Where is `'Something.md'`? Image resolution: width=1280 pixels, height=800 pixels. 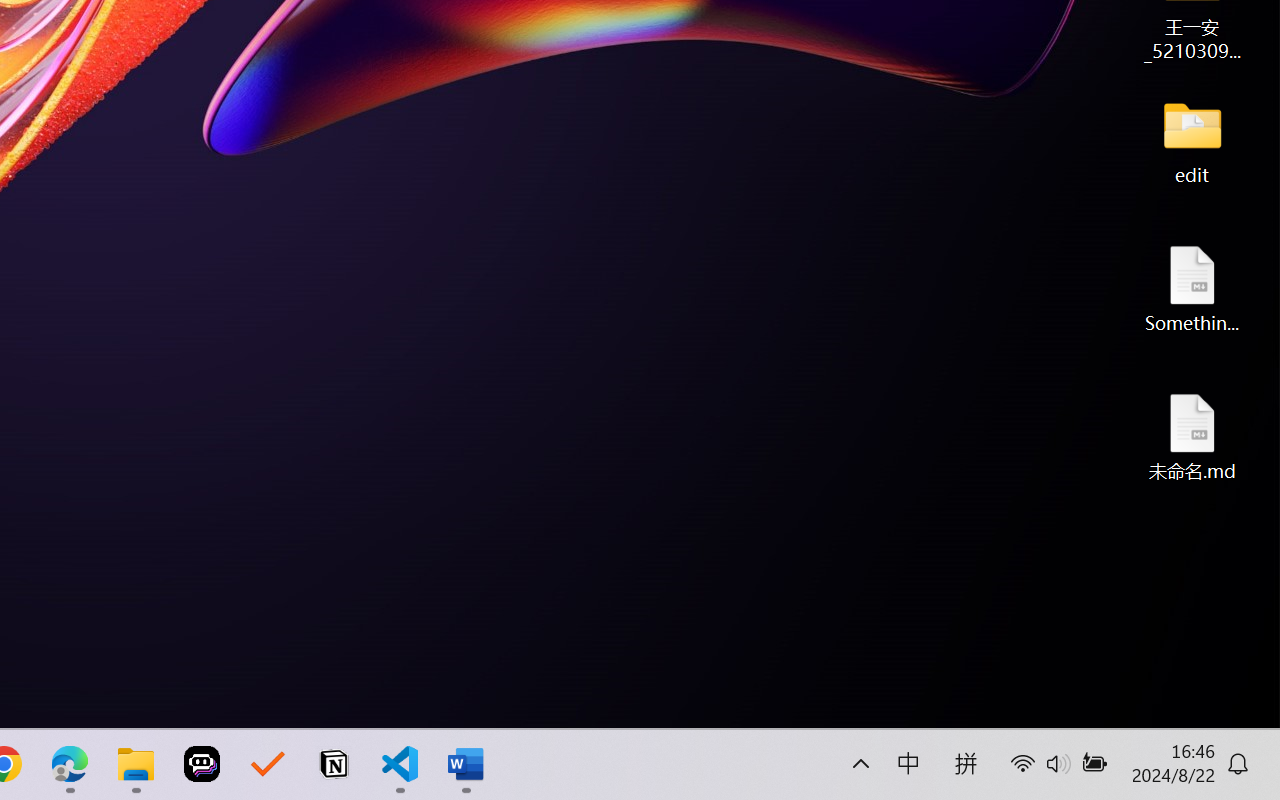 'Something.md' is located at coordinates (1192, 288).